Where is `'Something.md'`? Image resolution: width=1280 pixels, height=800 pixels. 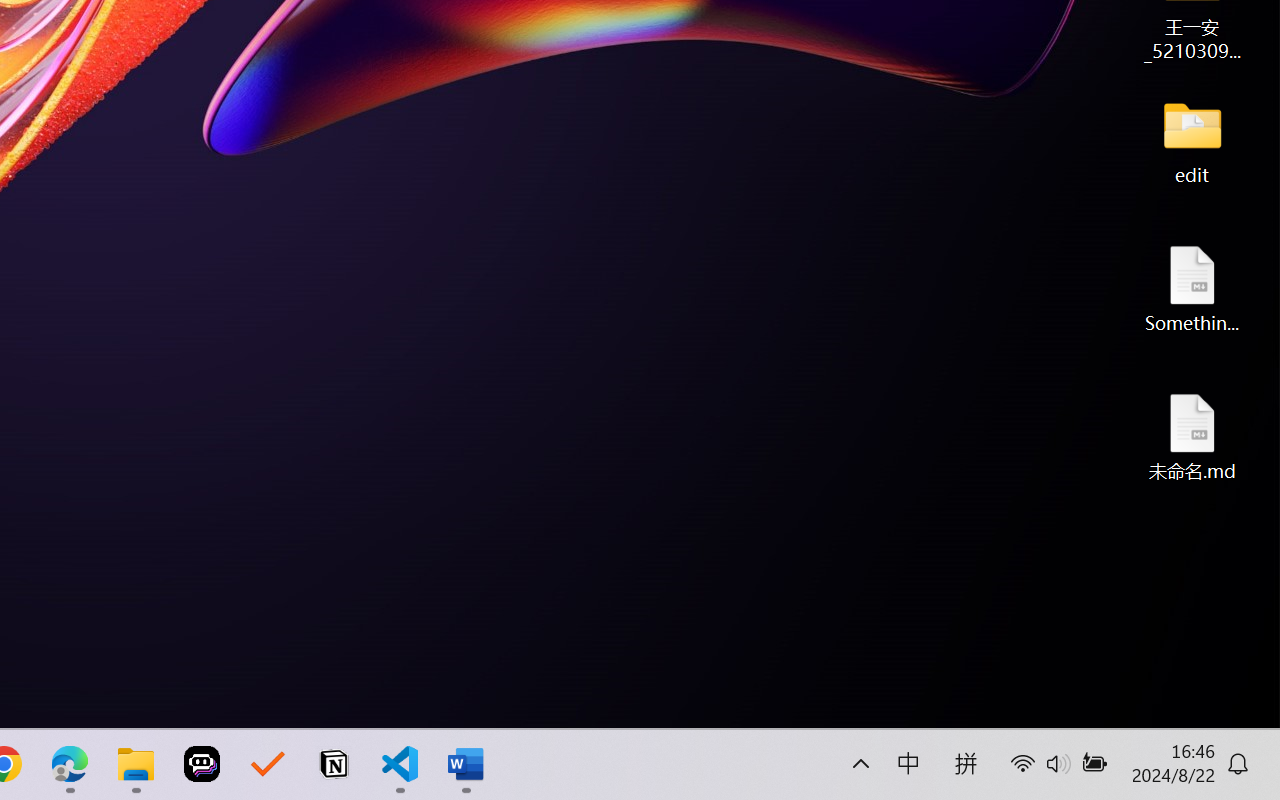 'Something.md' is located at coordinates (1192, 288).